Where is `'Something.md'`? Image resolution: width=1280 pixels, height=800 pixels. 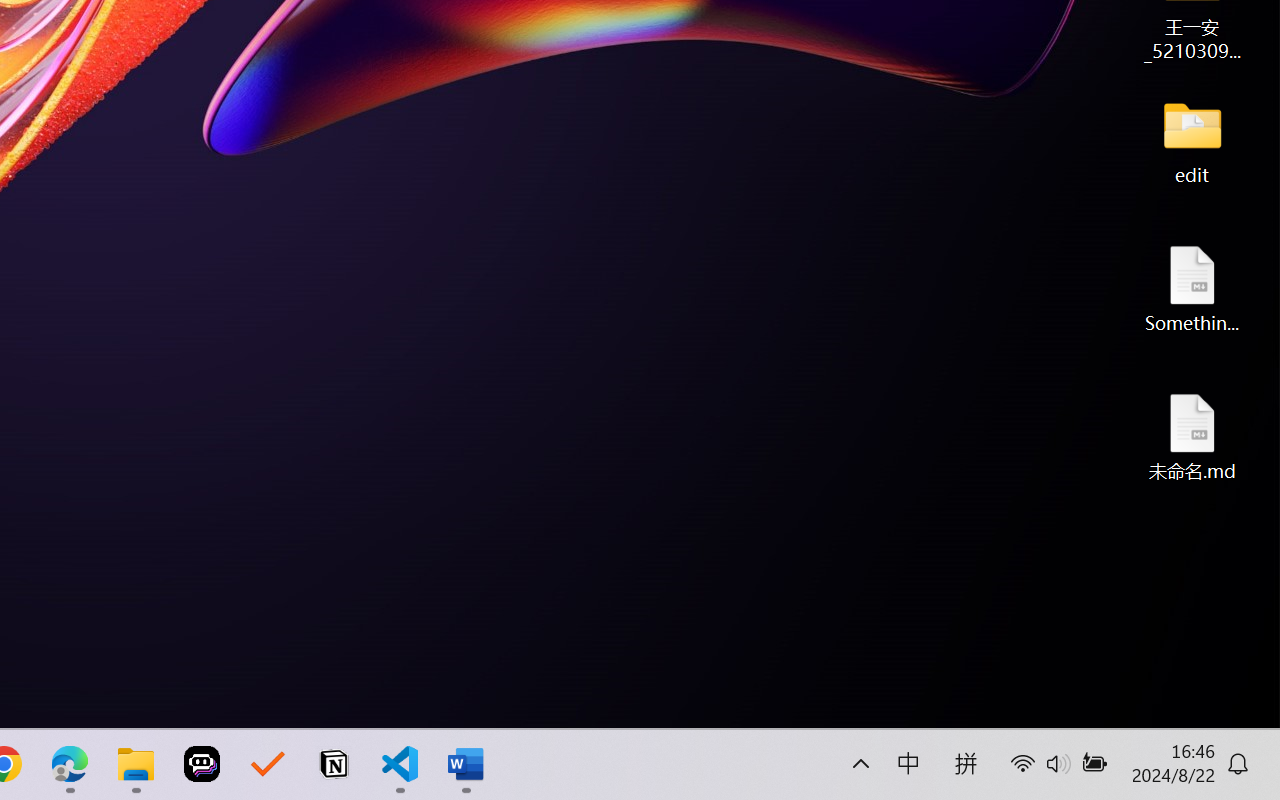 'Something.md' is located at coordinates (1192, 288).